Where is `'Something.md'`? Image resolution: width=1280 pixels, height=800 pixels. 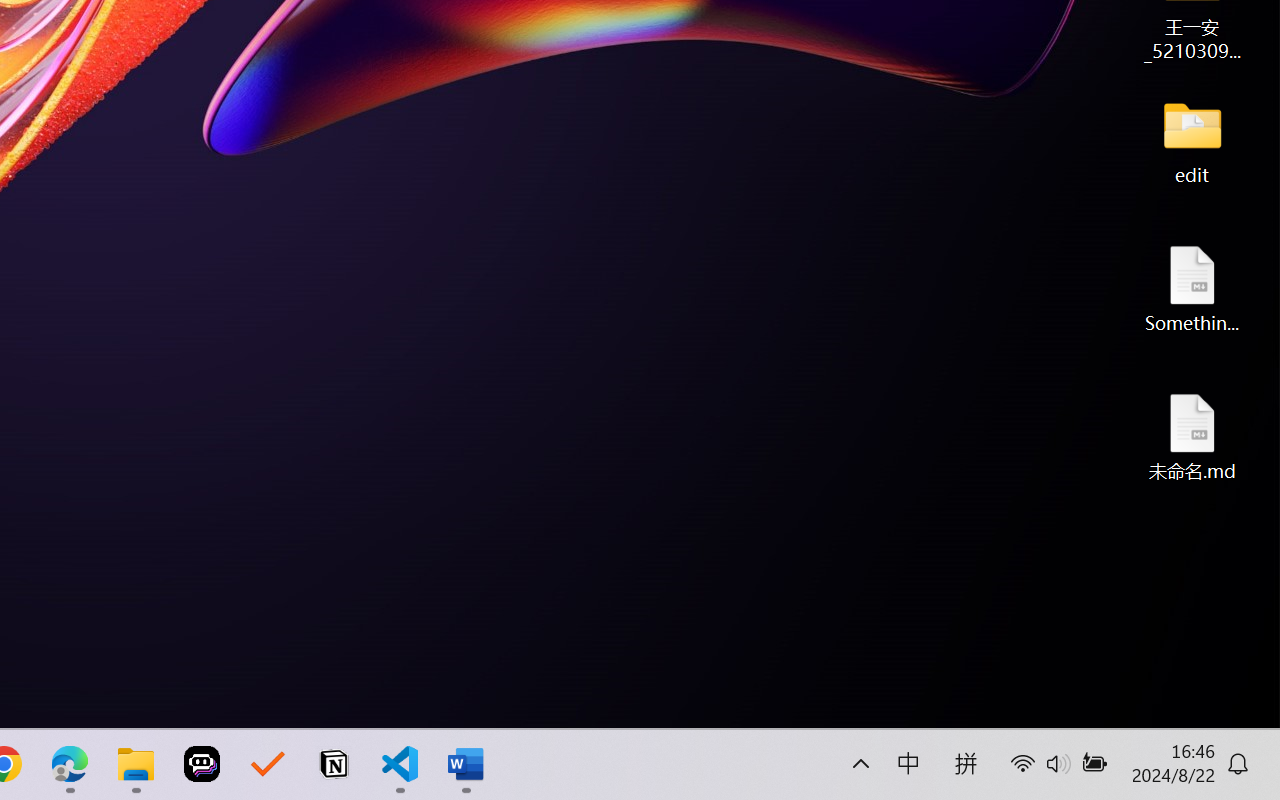 'Something.md' is located at coordinates (1192, 288).